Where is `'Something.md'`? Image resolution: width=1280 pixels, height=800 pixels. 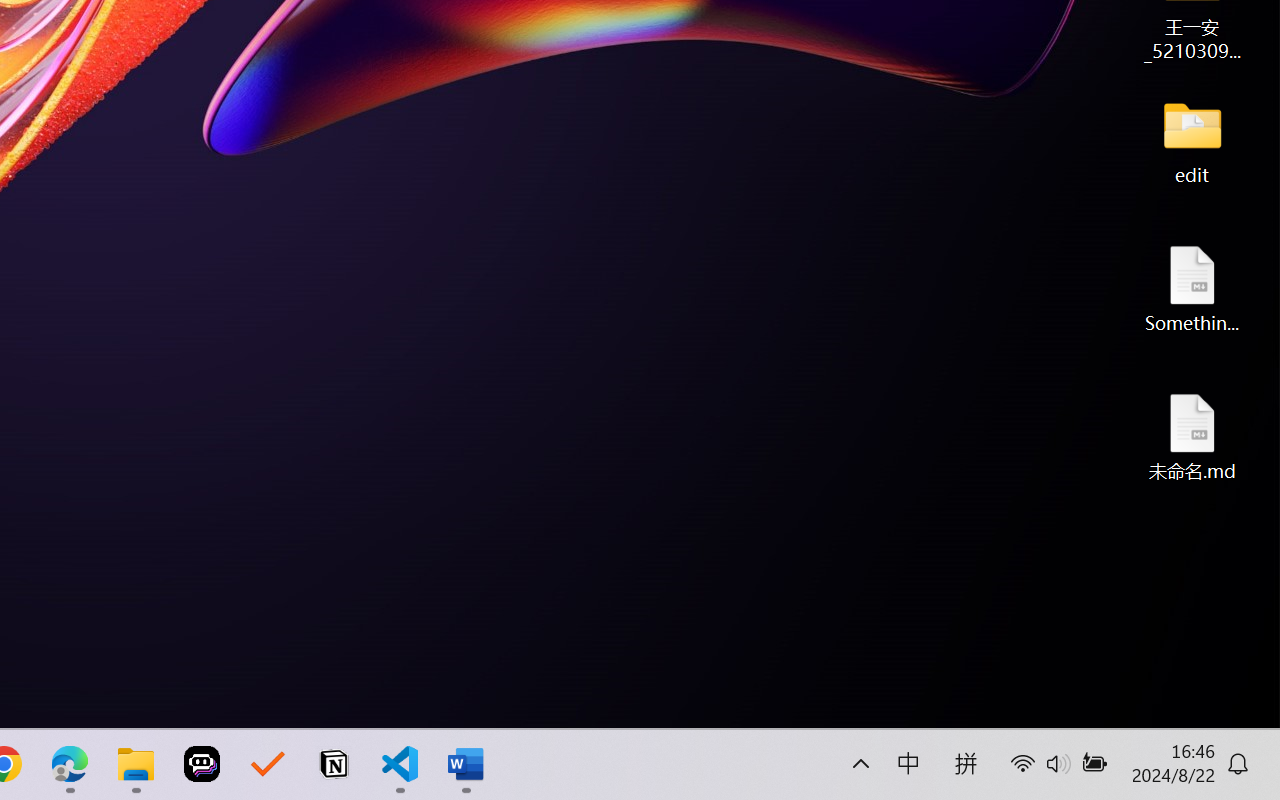 'Something.md' is located at coordinates (1192, 288).